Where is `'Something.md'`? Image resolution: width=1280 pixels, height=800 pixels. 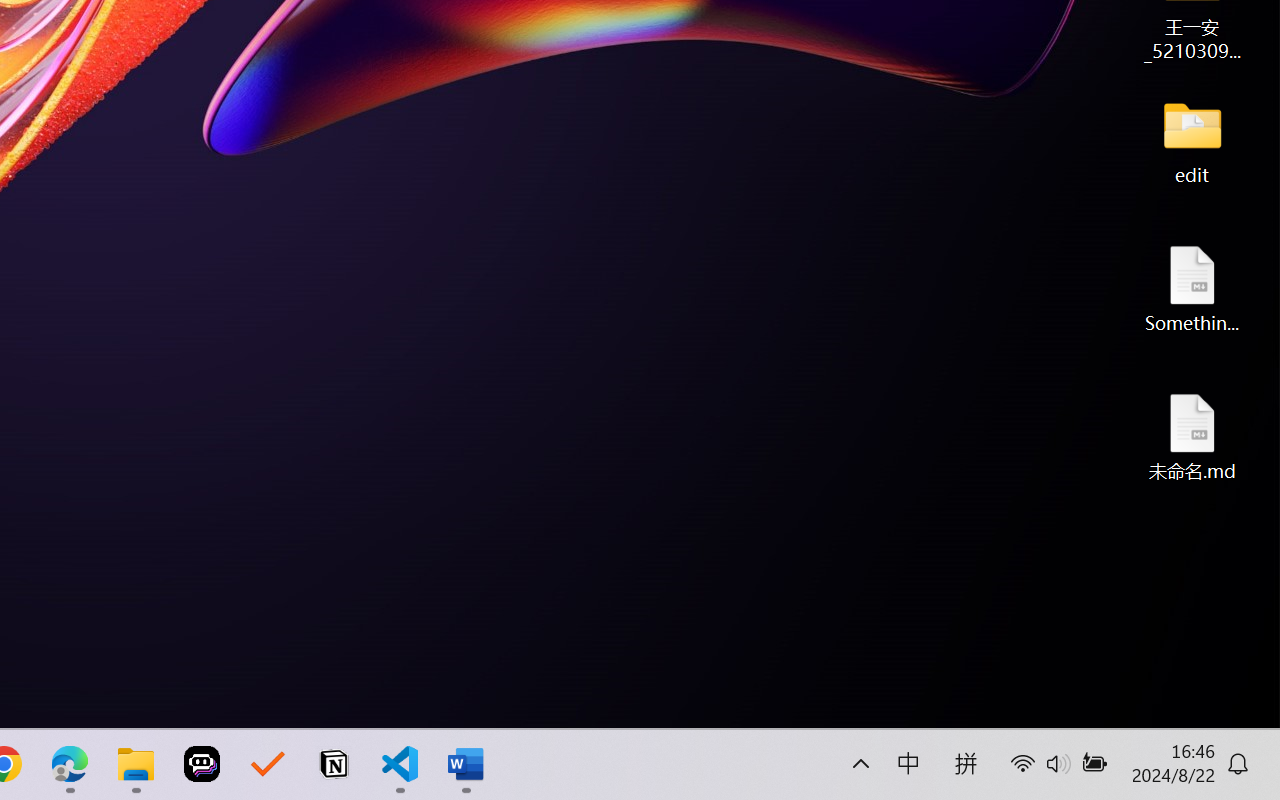 'Something.md' is located at coordinates (1192, 288).